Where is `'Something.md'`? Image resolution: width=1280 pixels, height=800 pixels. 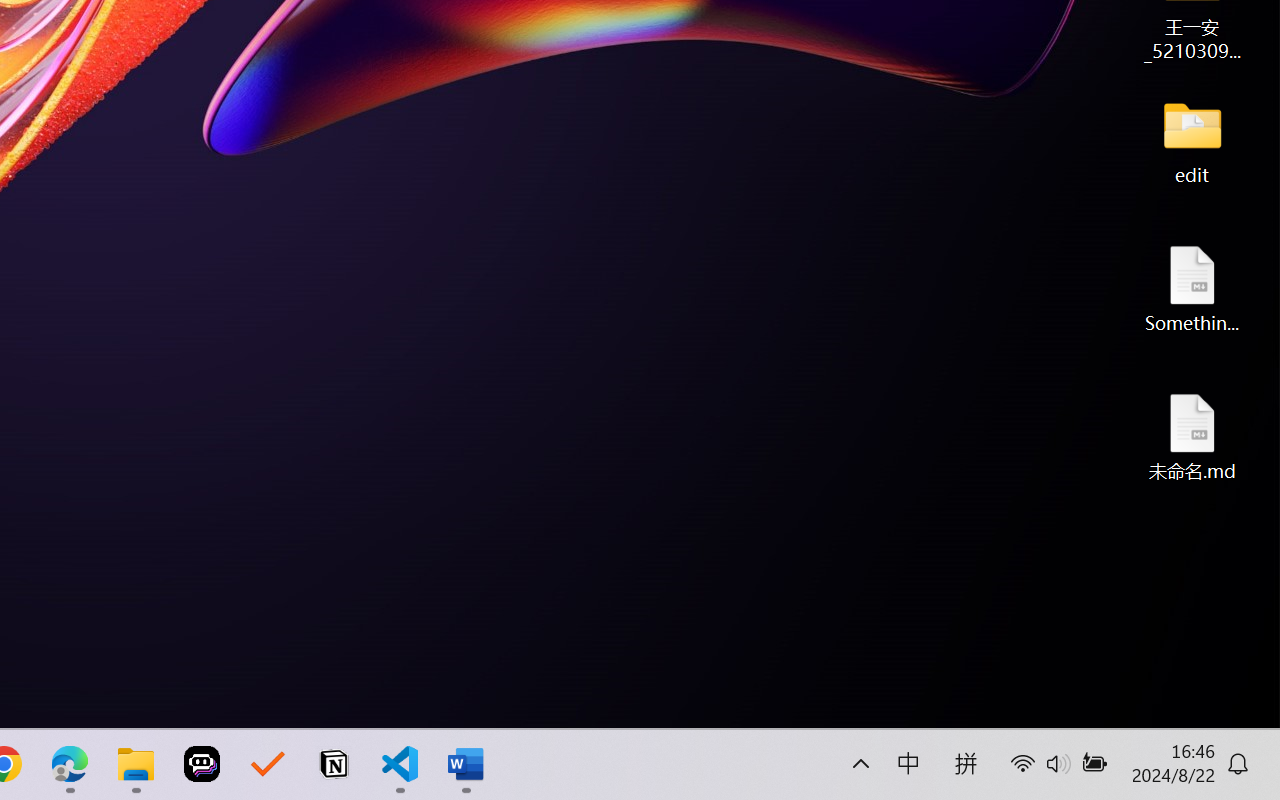 'Something.md' is located at coordinates (1192, 288).